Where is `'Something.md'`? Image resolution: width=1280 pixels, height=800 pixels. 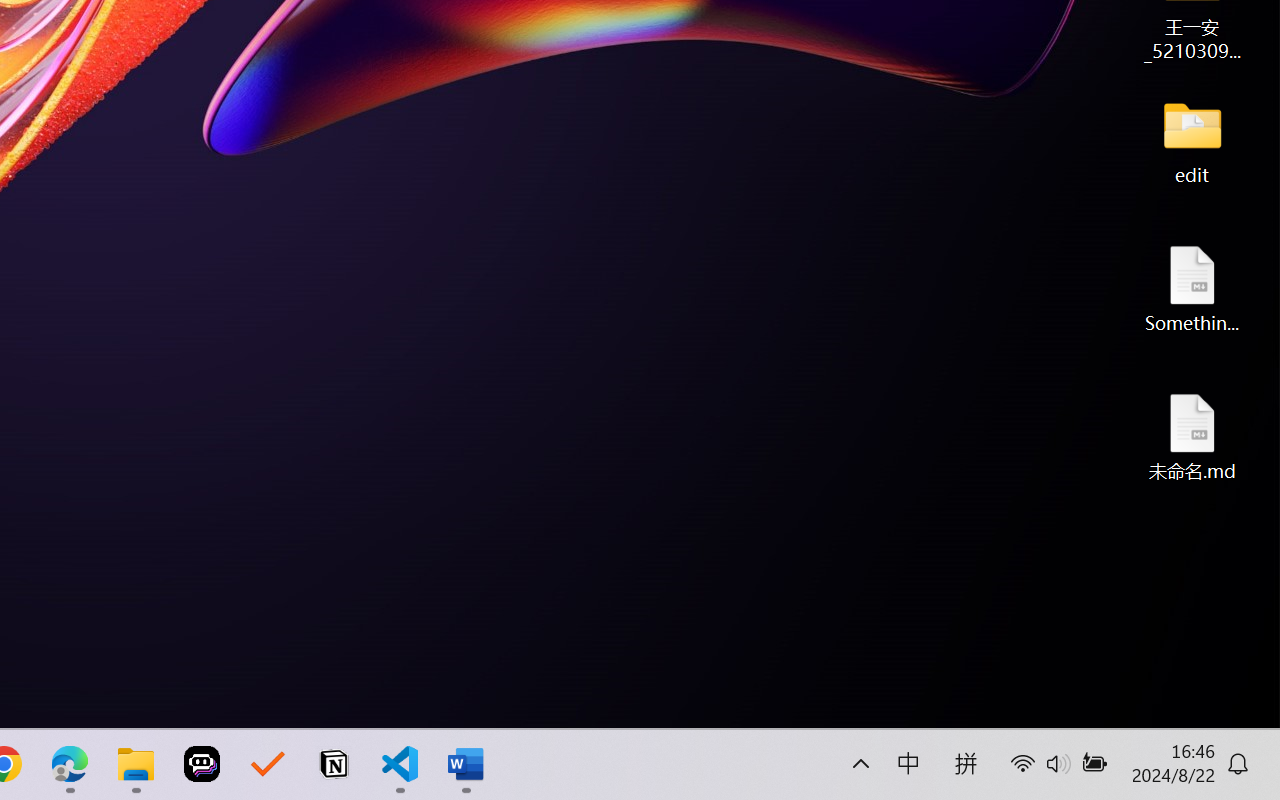 'Something.md' is located at coordinates (1192, 288).